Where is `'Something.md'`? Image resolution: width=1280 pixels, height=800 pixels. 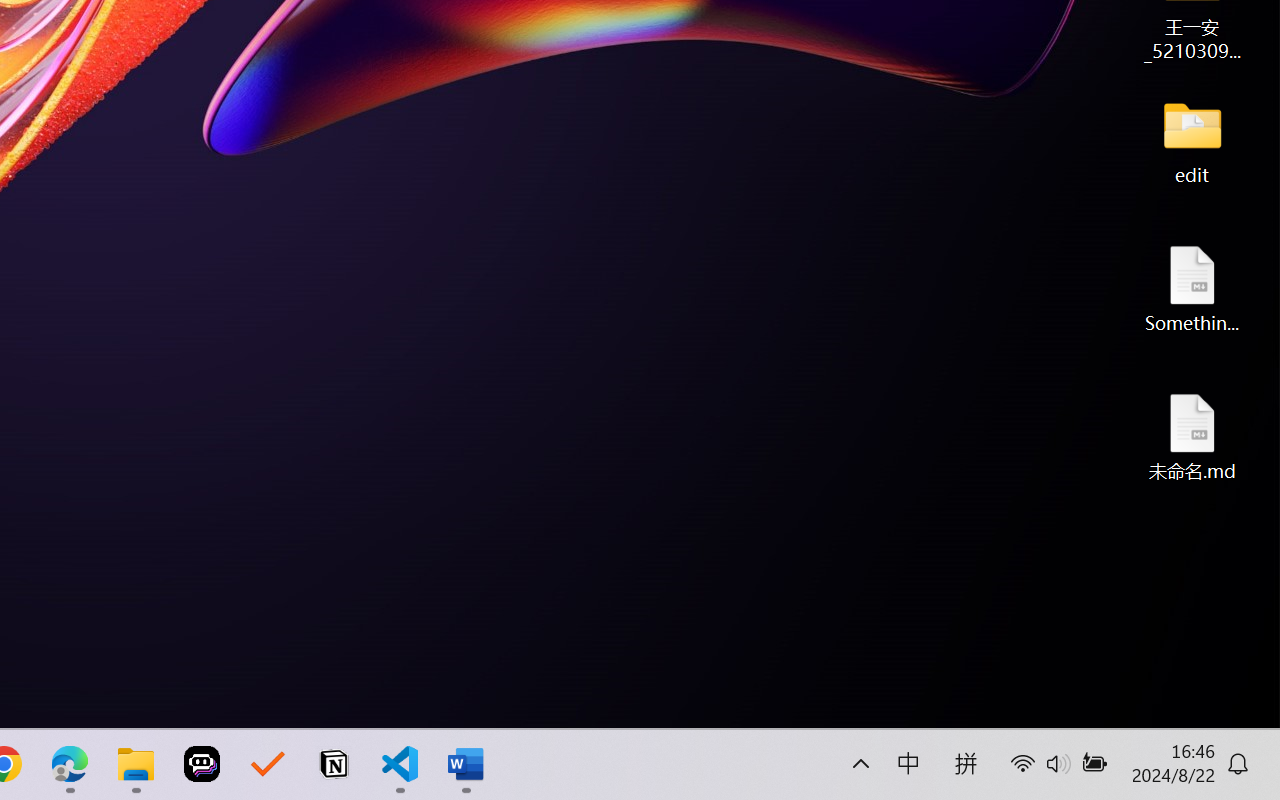 'Something.md' is located at coordinates (1192, 288).